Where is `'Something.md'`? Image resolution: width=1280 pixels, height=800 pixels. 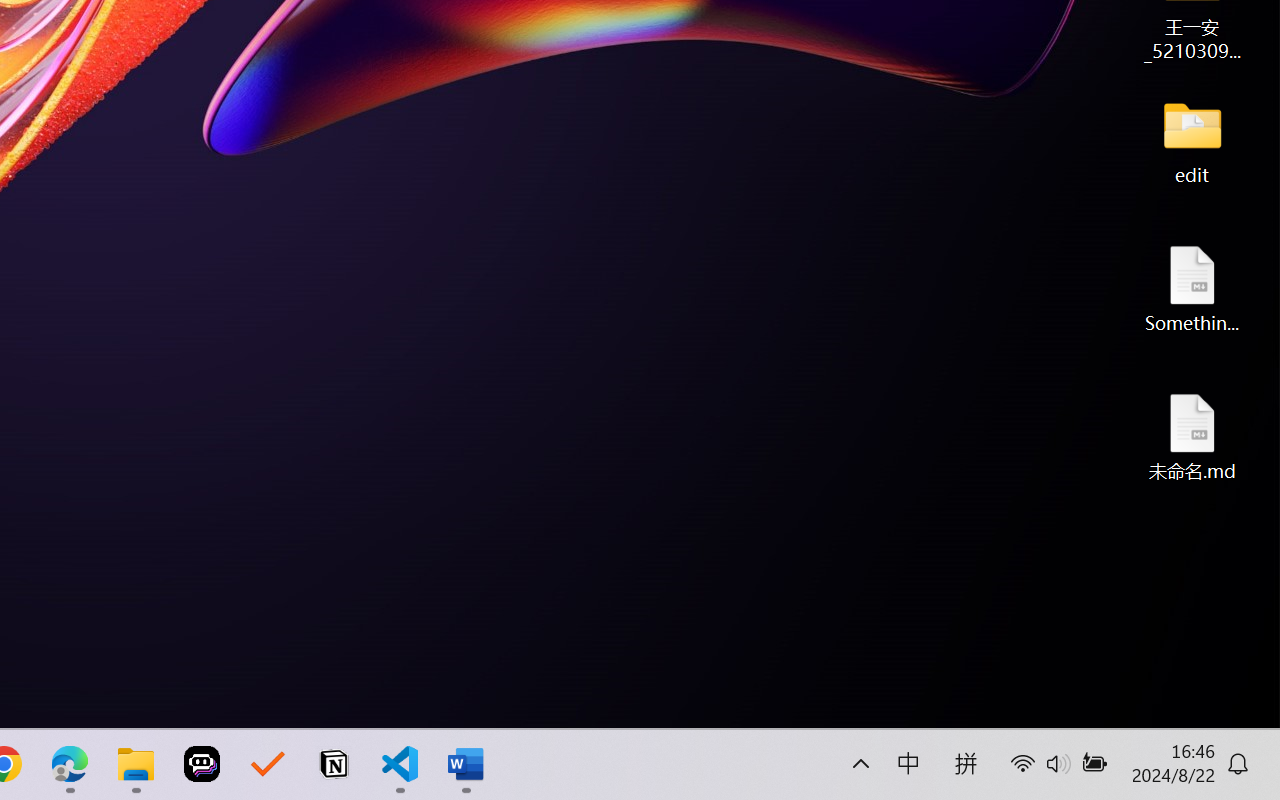 'Something.md' is located at coordinates (1192, 288).